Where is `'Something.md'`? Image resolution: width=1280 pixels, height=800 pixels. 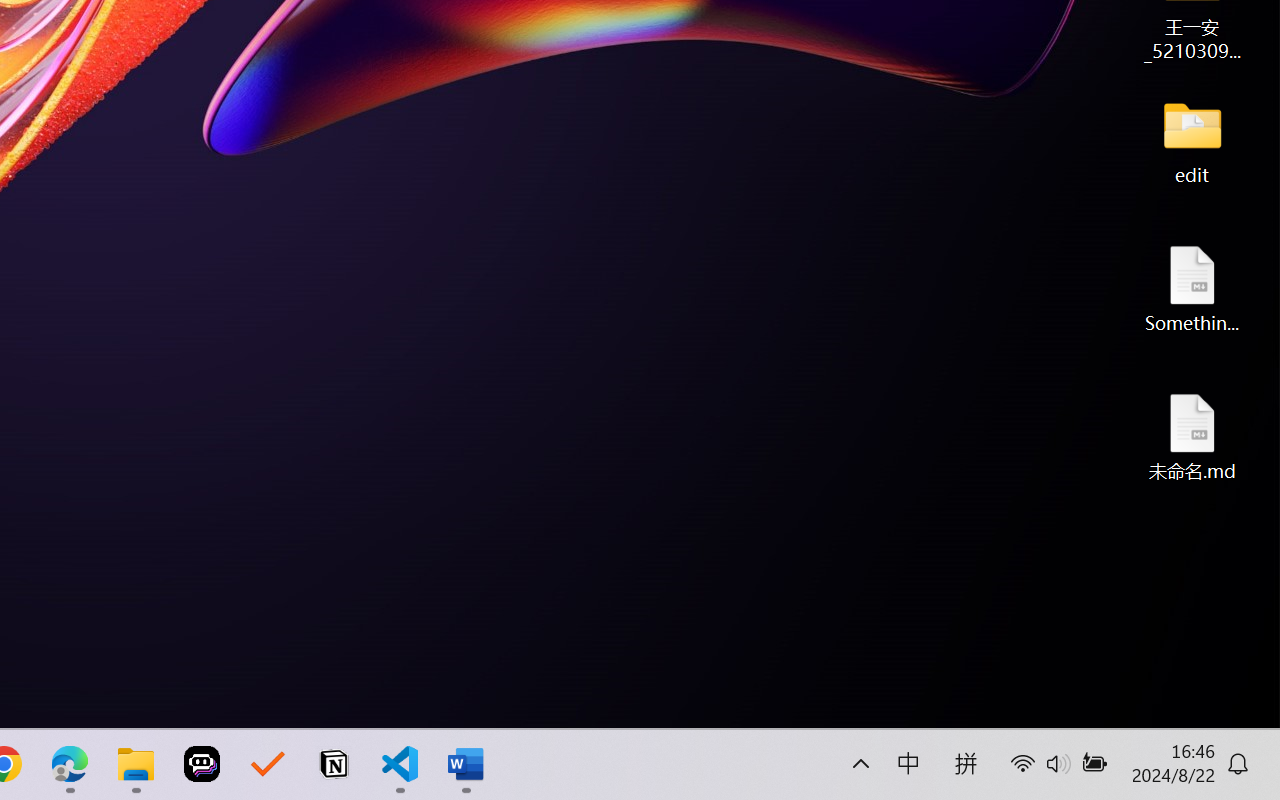 'Something.md' is located at coordinates (1192, 288).